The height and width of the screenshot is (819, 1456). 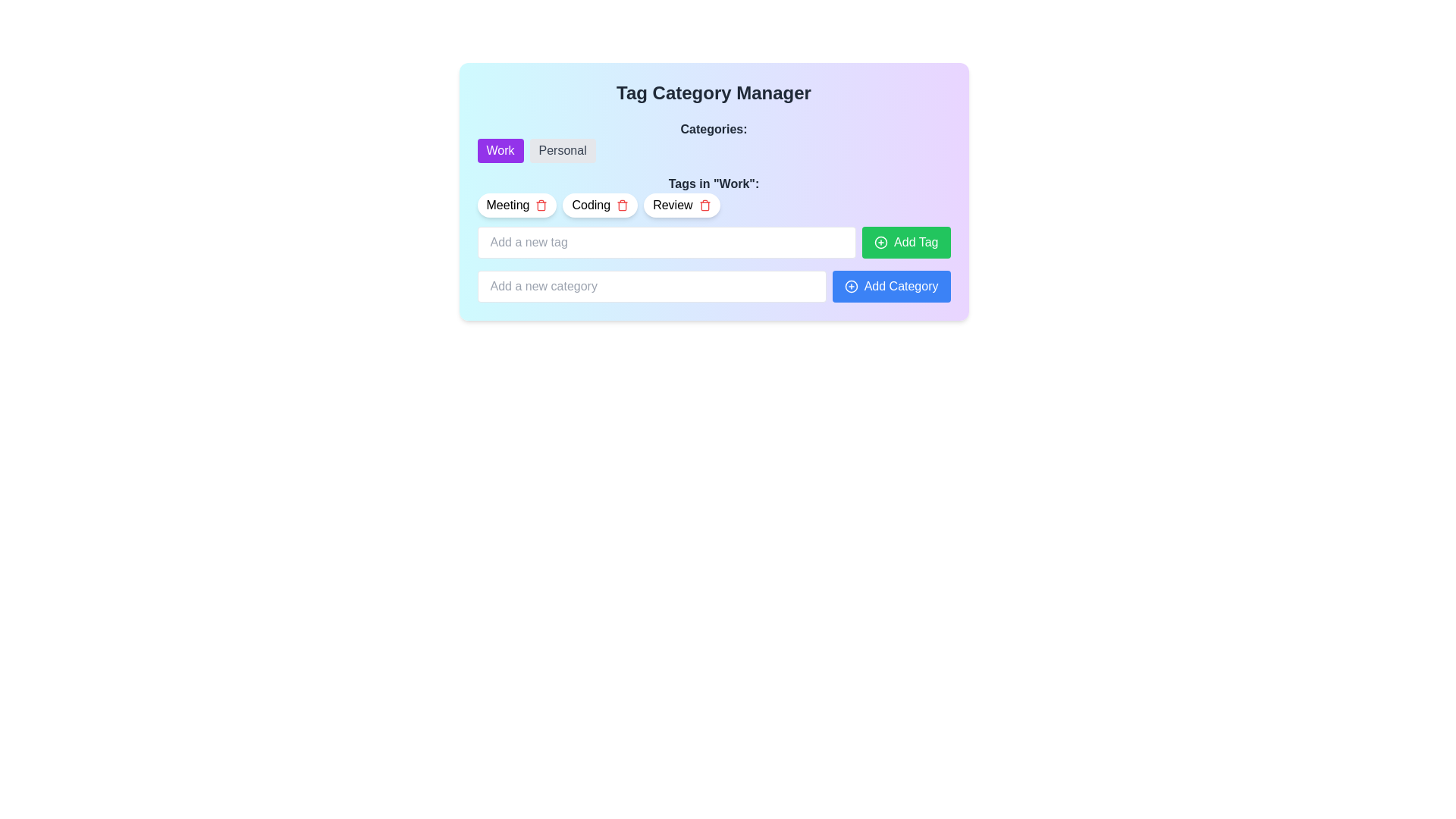 I want to click on the trash bin icon button located next to the 'Coding' text in the 'Tags in Work' section, so click(x=623, y=205).